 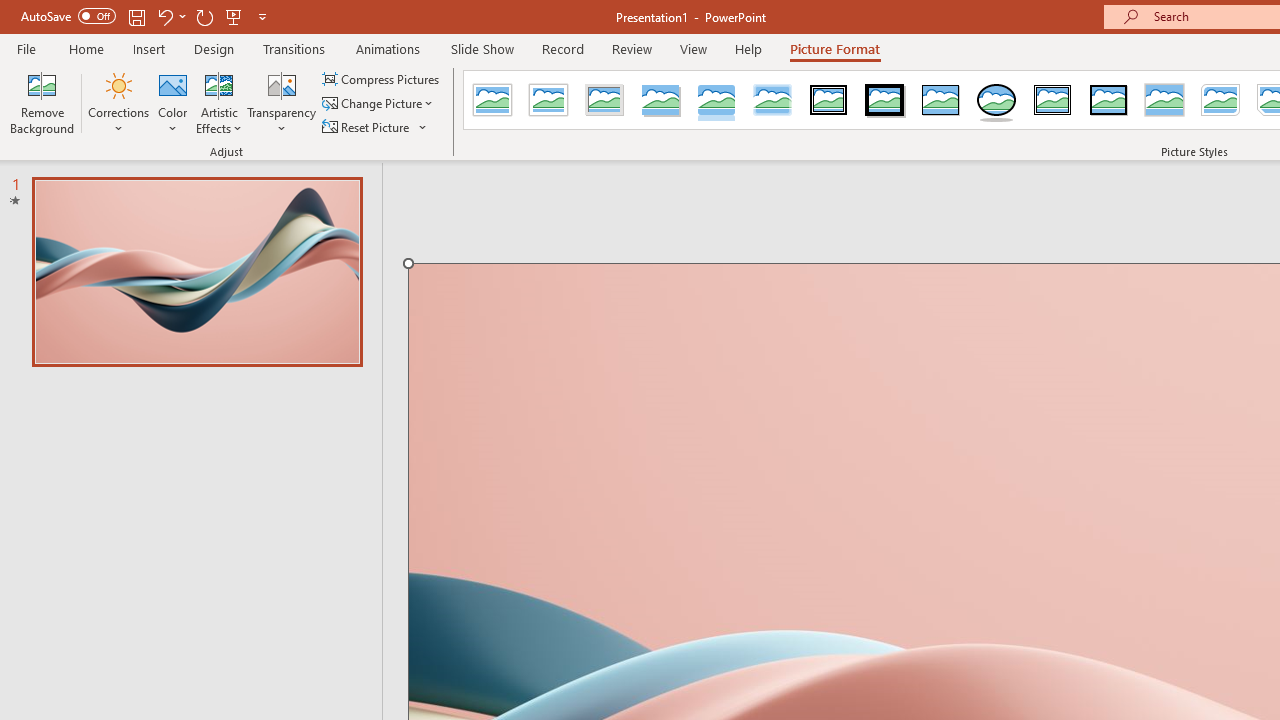 What do you see at coordinates (164, 16) in the screenshot?
I see `'Undo'` at bounding box center [164, 16].